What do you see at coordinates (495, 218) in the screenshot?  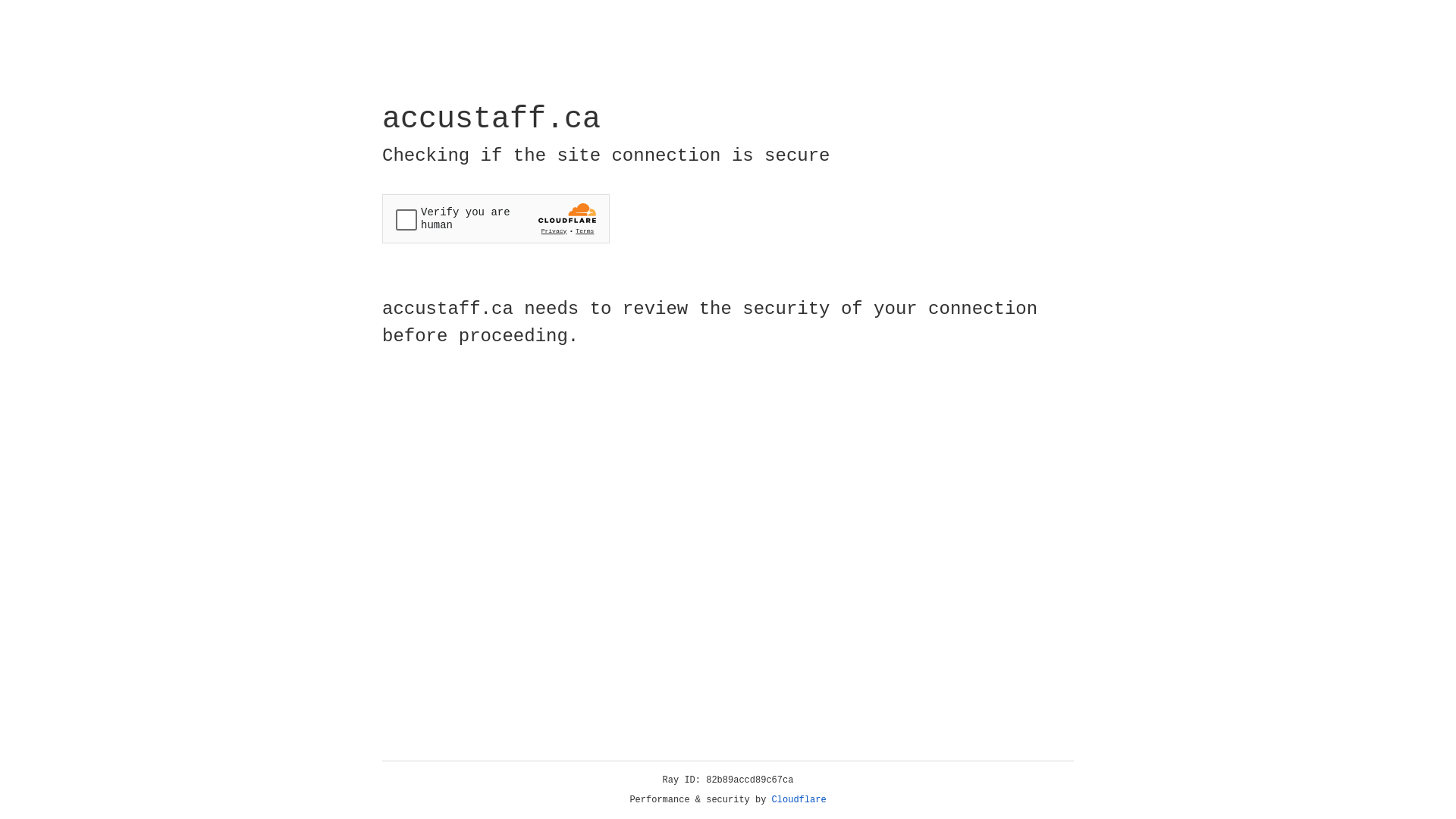 I see `'Widget containing a Cloudflare security challenge'` at bounding box center [495, 218].